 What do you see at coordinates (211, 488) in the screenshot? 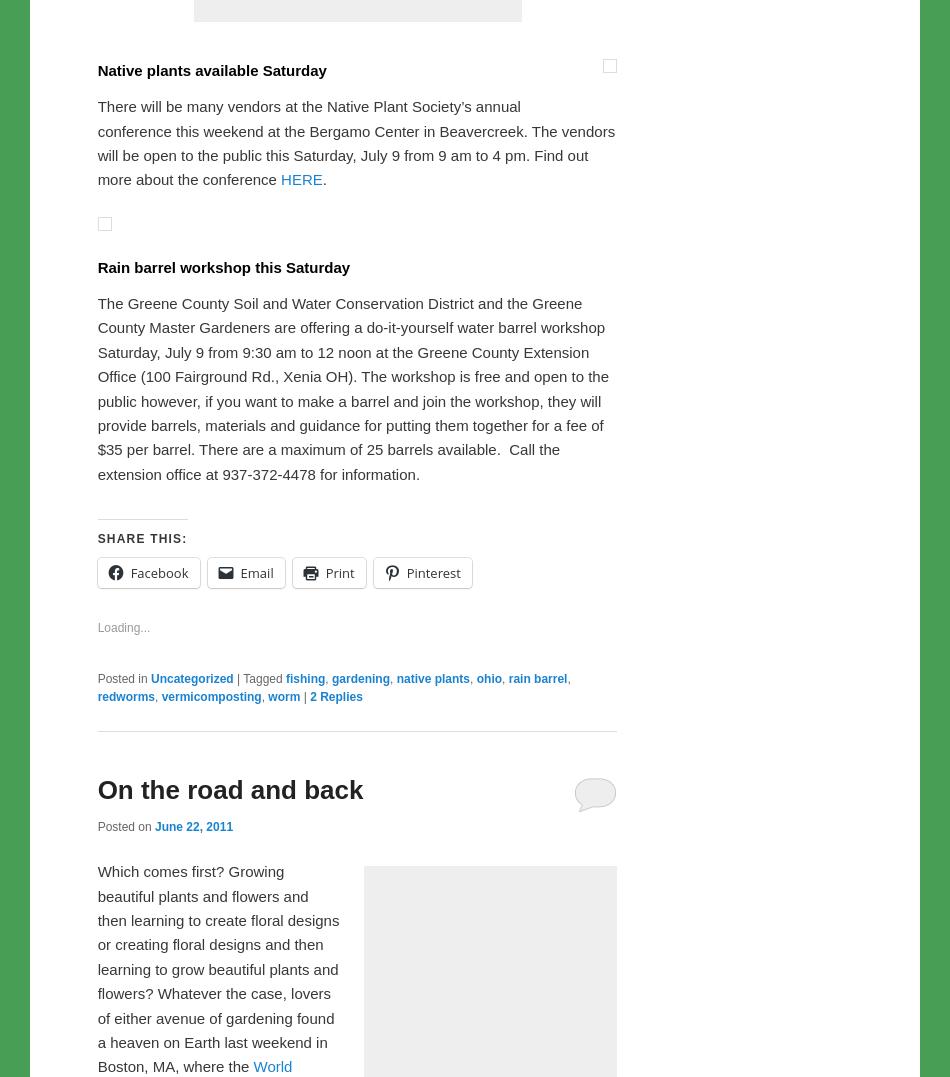
I see `'Native plants available Saturday'` at bounding box center [211, 488].